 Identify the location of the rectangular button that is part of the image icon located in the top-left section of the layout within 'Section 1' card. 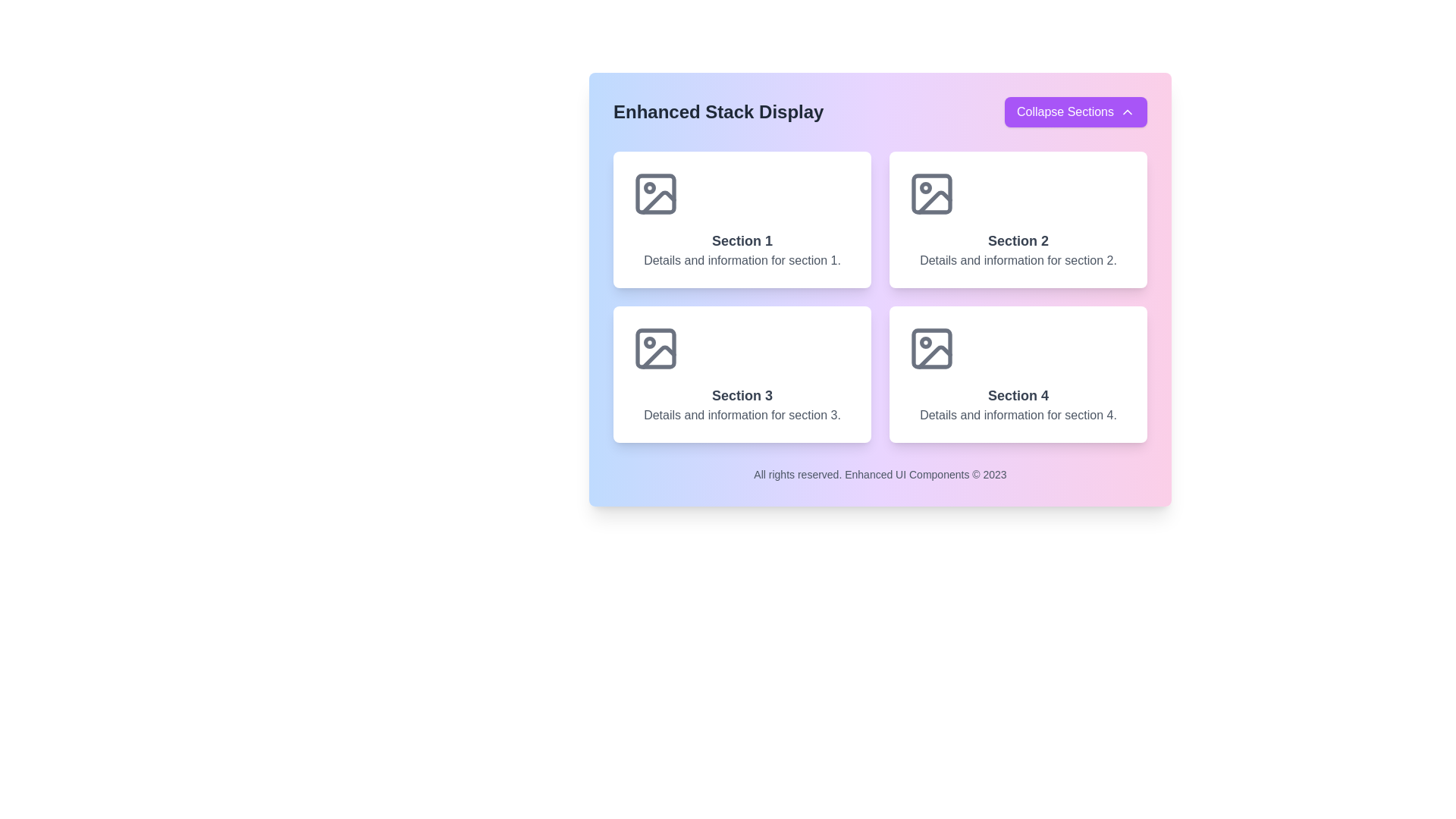
(655, 193).